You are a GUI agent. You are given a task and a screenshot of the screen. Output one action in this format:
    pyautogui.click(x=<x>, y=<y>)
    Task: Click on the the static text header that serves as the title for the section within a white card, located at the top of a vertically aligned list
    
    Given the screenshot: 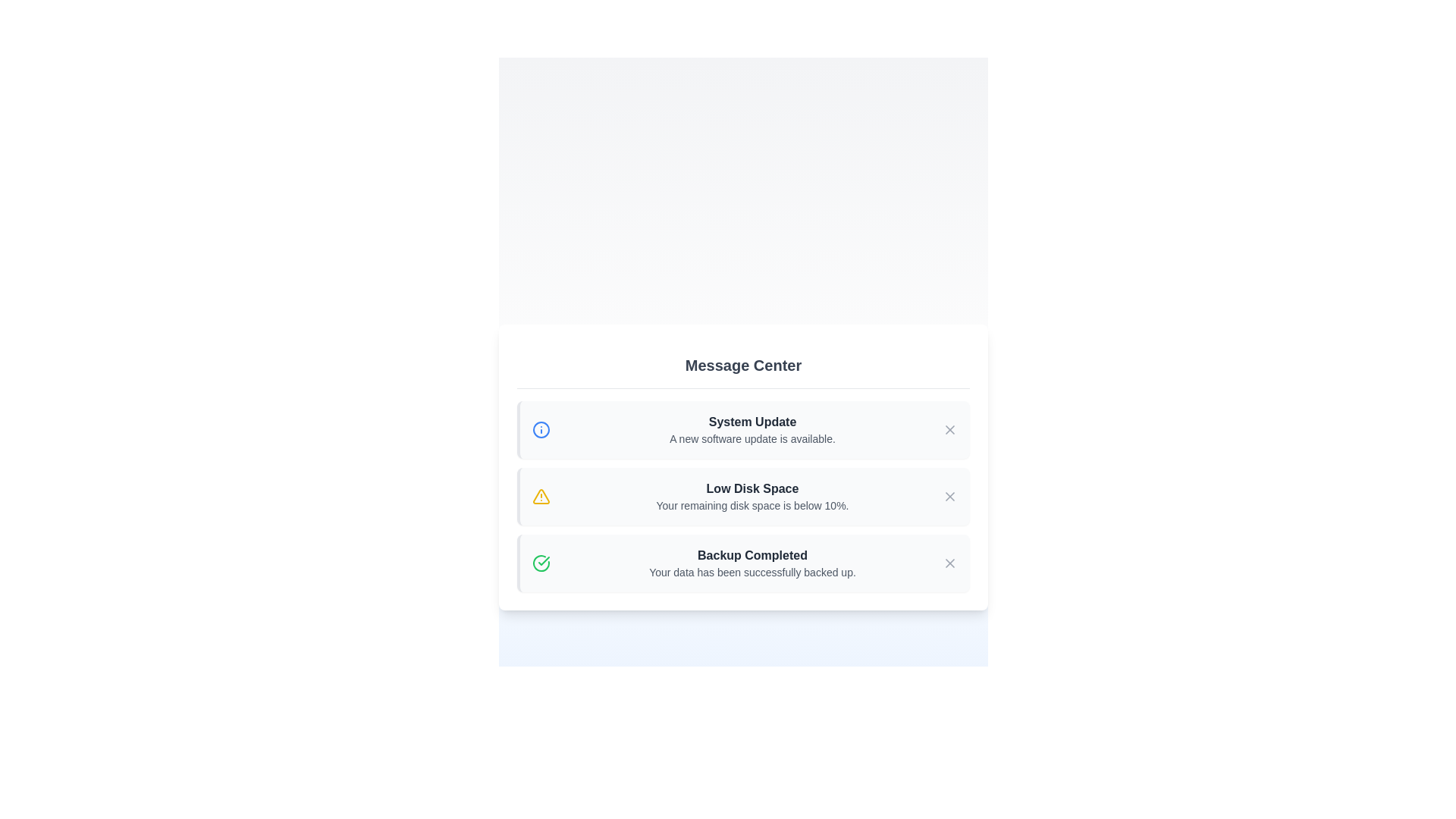 What is the action you would take?
    pyautogui.click(x=743, y=366)
    